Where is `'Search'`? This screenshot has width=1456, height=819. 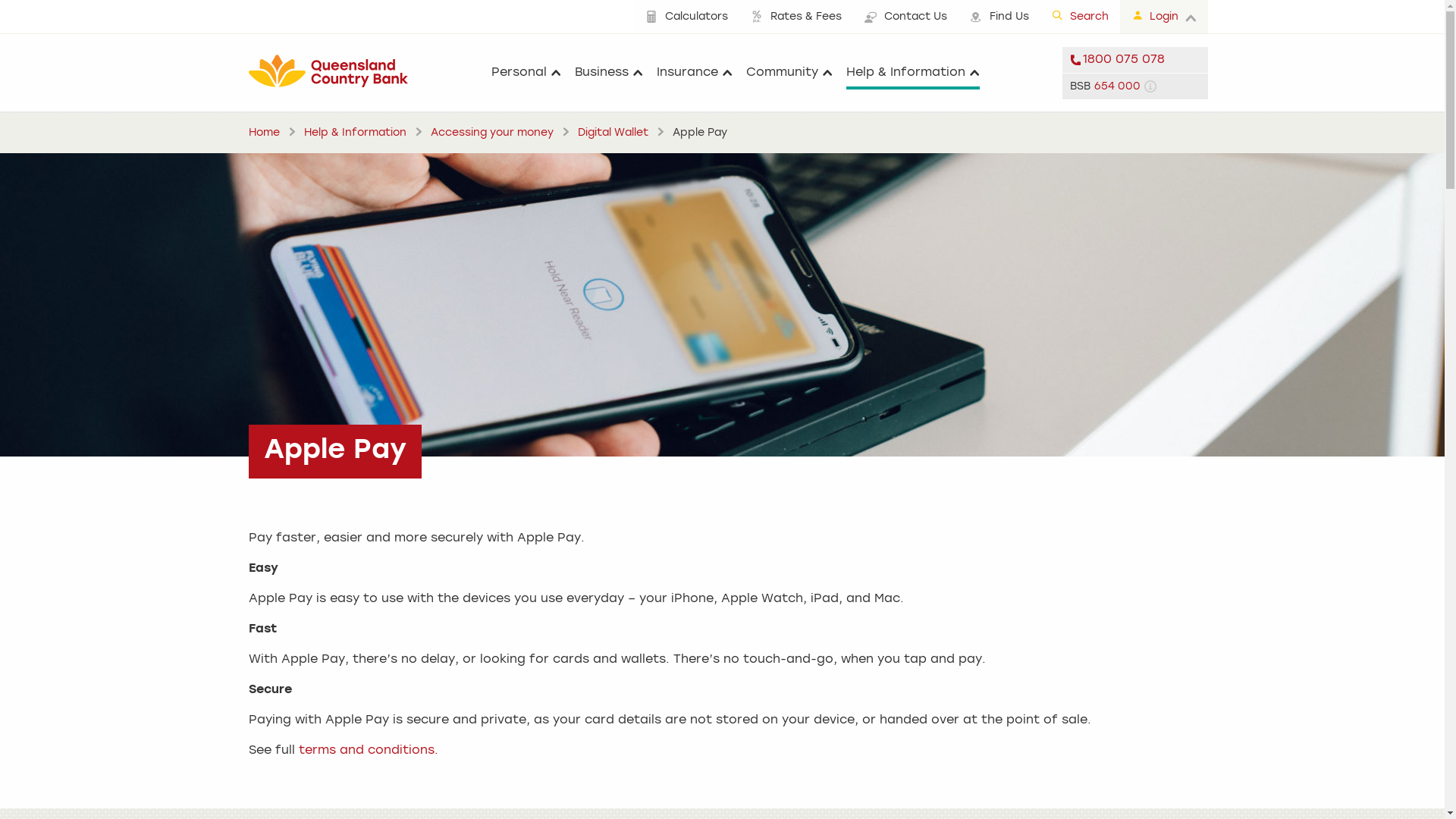
'Search' is located at coordinates (1079, 17).